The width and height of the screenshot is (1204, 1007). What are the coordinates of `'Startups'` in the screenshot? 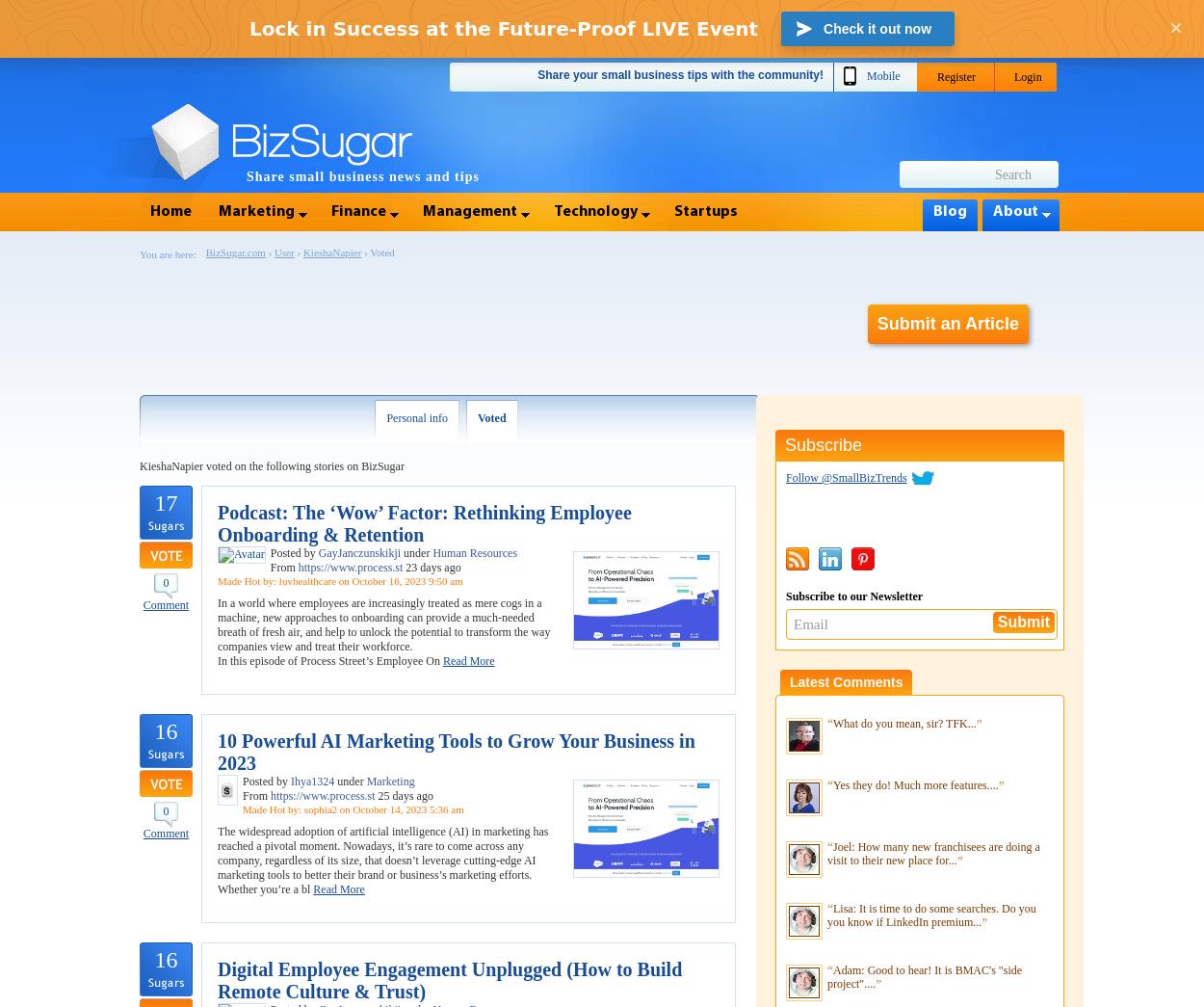 It's located at (705, 211).